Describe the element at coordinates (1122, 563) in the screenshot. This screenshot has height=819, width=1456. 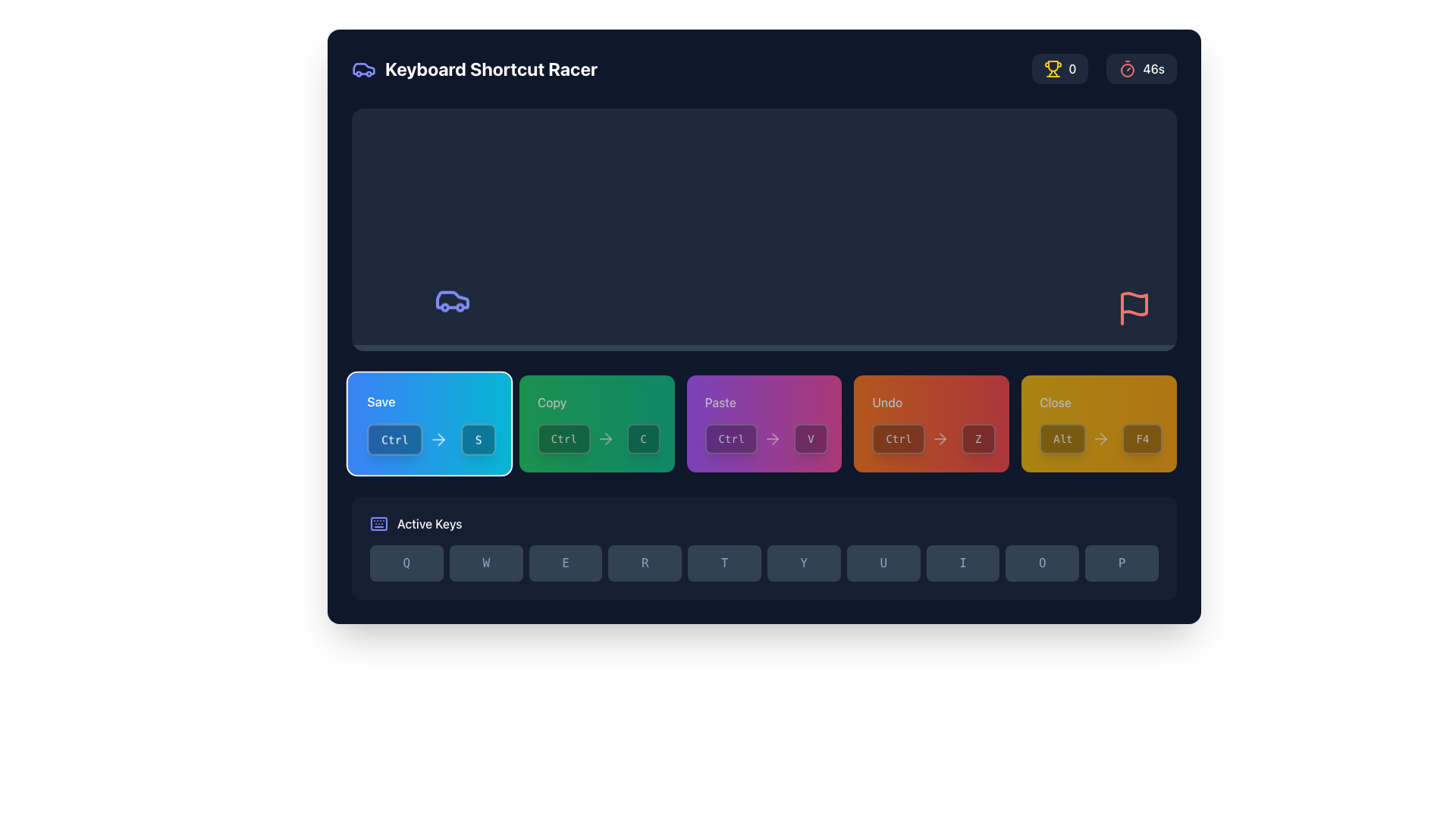
I see `the rectangular button with a rounded outline, dark slate background, and light slate text displaying 'P' located in the bottom-right corner of the row of buttons labeled 'QWERTYUIOP'` at that location.